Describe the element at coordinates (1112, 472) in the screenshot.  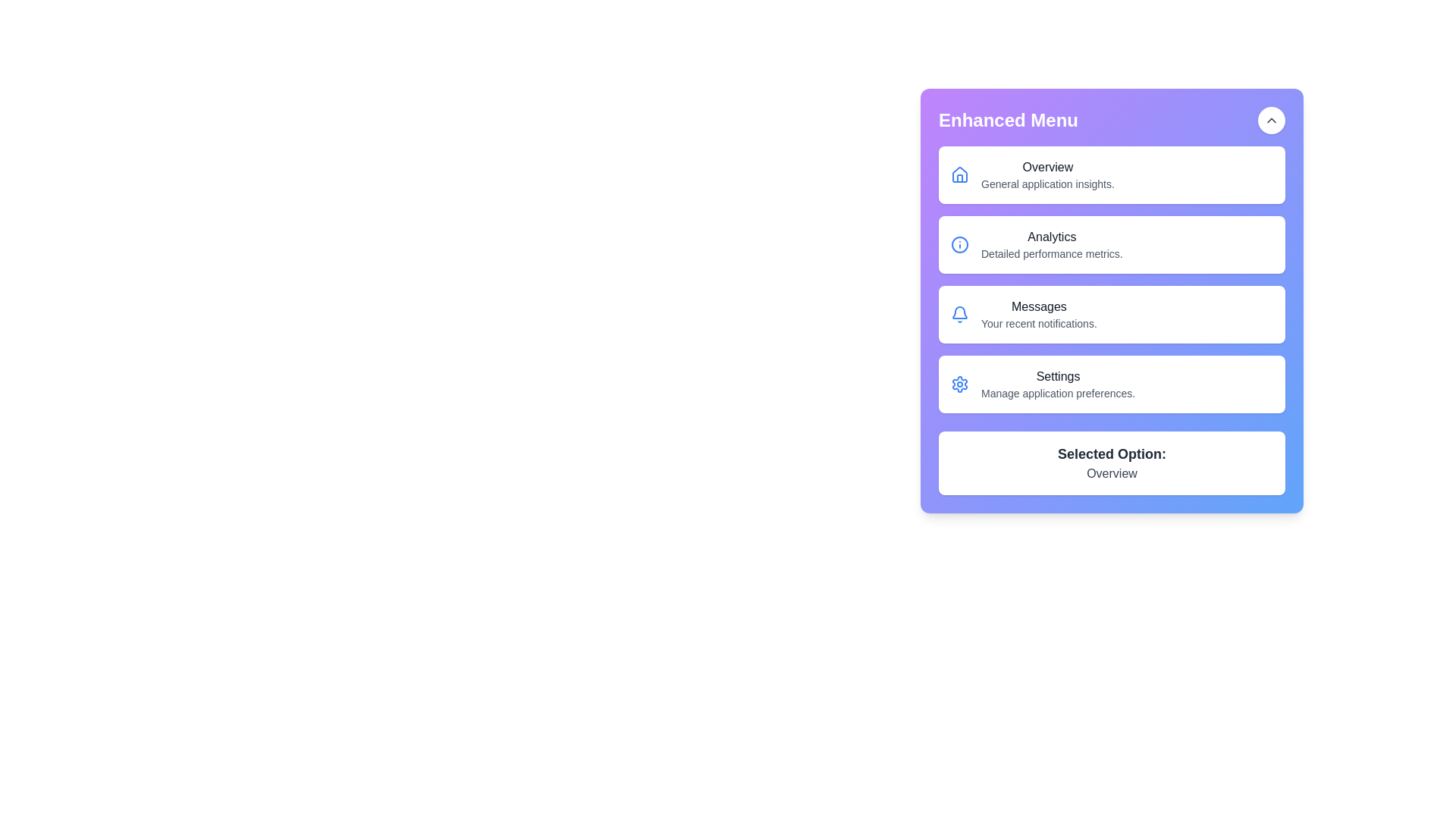
I see `the 'Overview' text label, which is styled in gray and located below the 'Selected Option:' label in the highlighted menu` at that location.